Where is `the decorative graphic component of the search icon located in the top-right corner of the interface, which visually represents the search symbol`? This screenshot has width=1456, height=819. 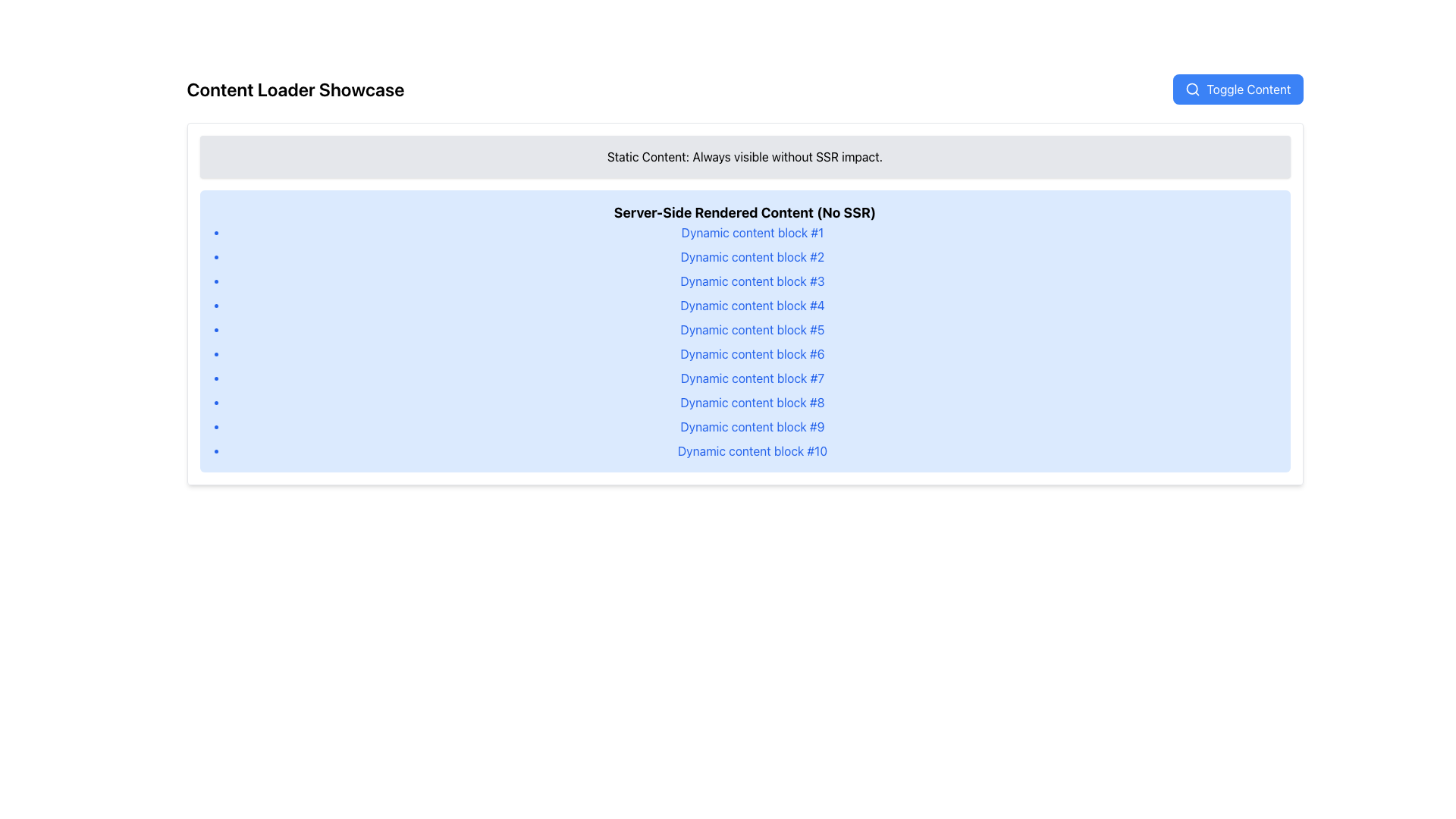 the decorative graphic component of the search icon located in the top-right corner of the interface, which visually represents the search symbol is located at coordinates (1191, 89).